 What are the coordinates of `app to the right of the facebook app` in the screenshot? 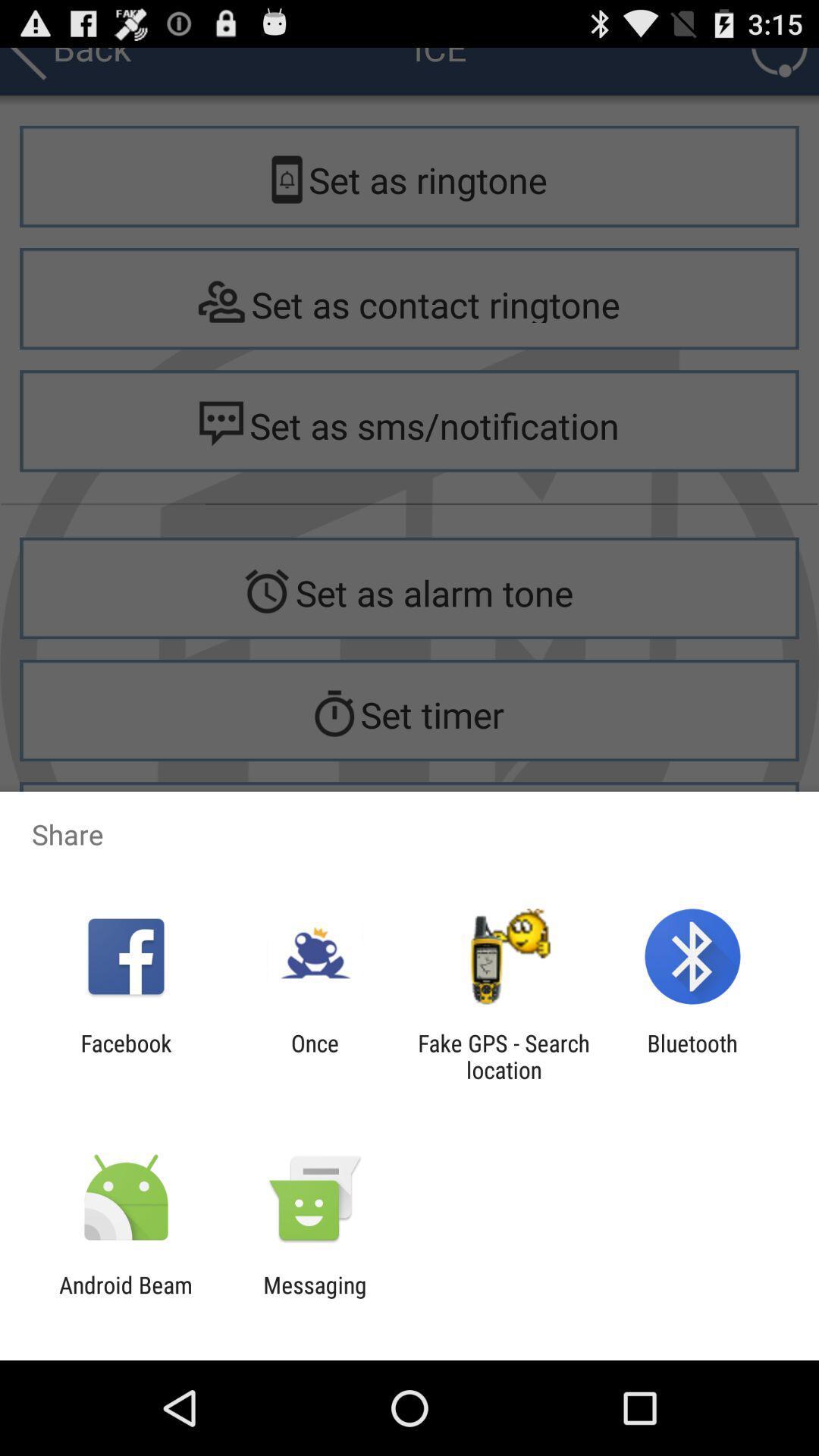 It's located at (314, 1056).